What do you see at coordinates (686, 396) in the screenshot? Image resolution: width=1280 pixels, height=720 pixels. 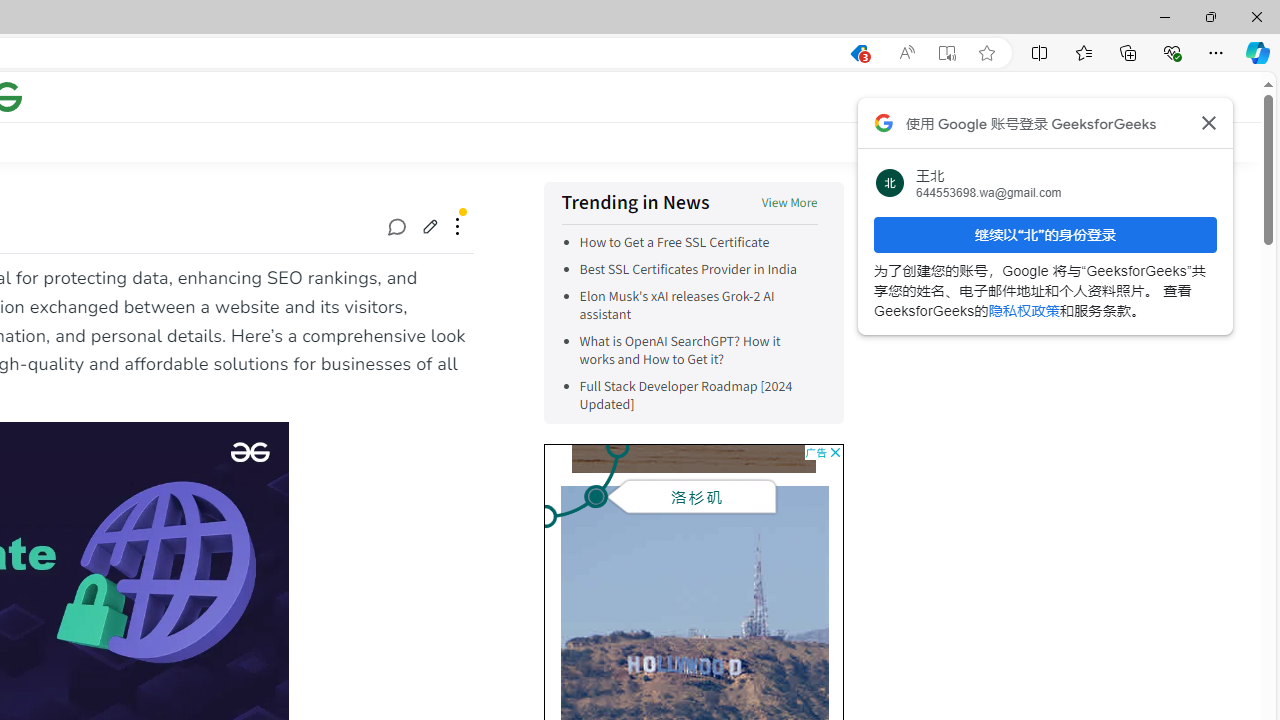 I see `'Full Stack Developer Roadmap [2024 Updated]'` at bounding box center [686, 396].